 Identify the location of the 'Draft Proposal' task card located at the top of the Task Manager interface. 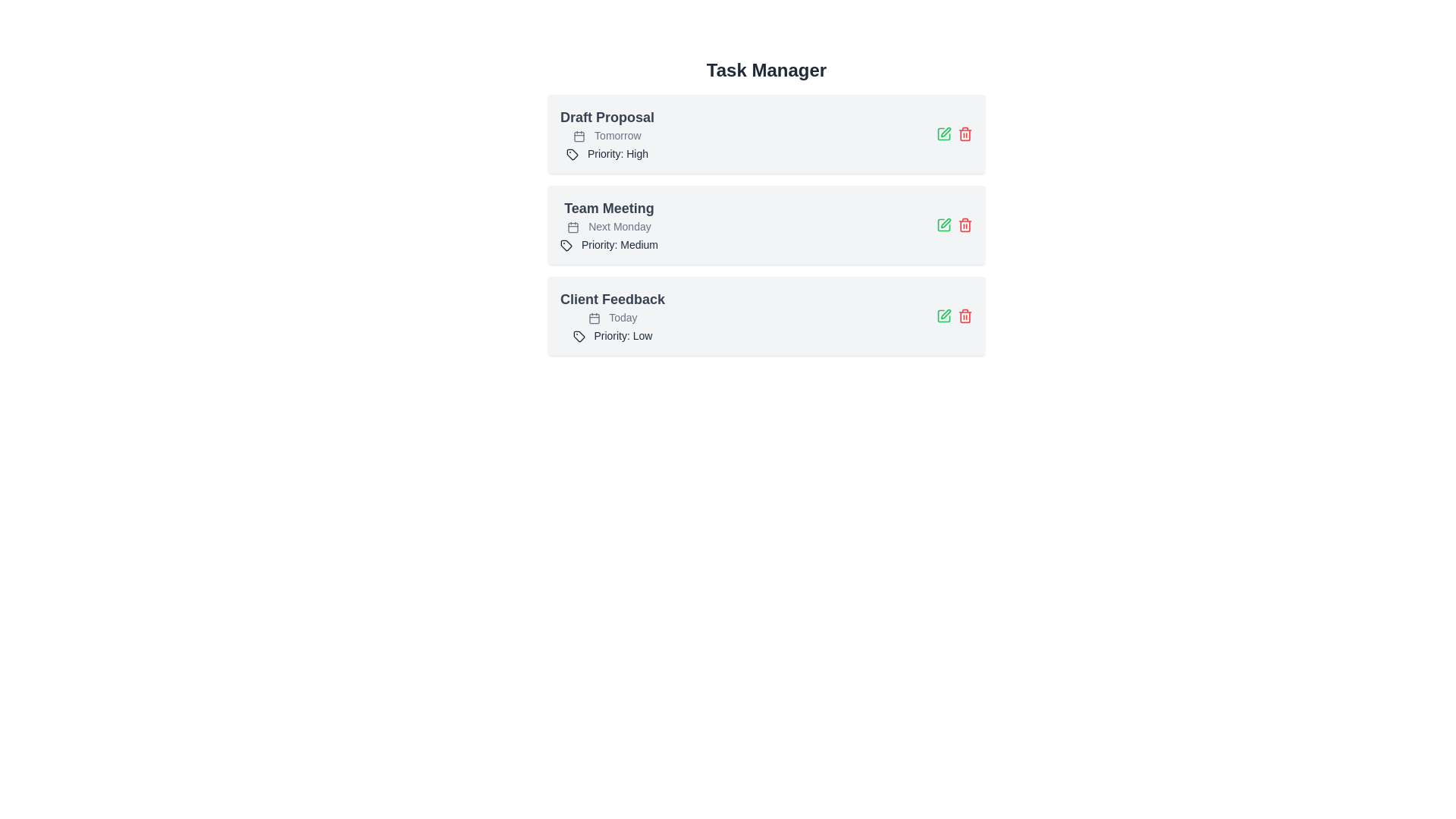
(607, 133).